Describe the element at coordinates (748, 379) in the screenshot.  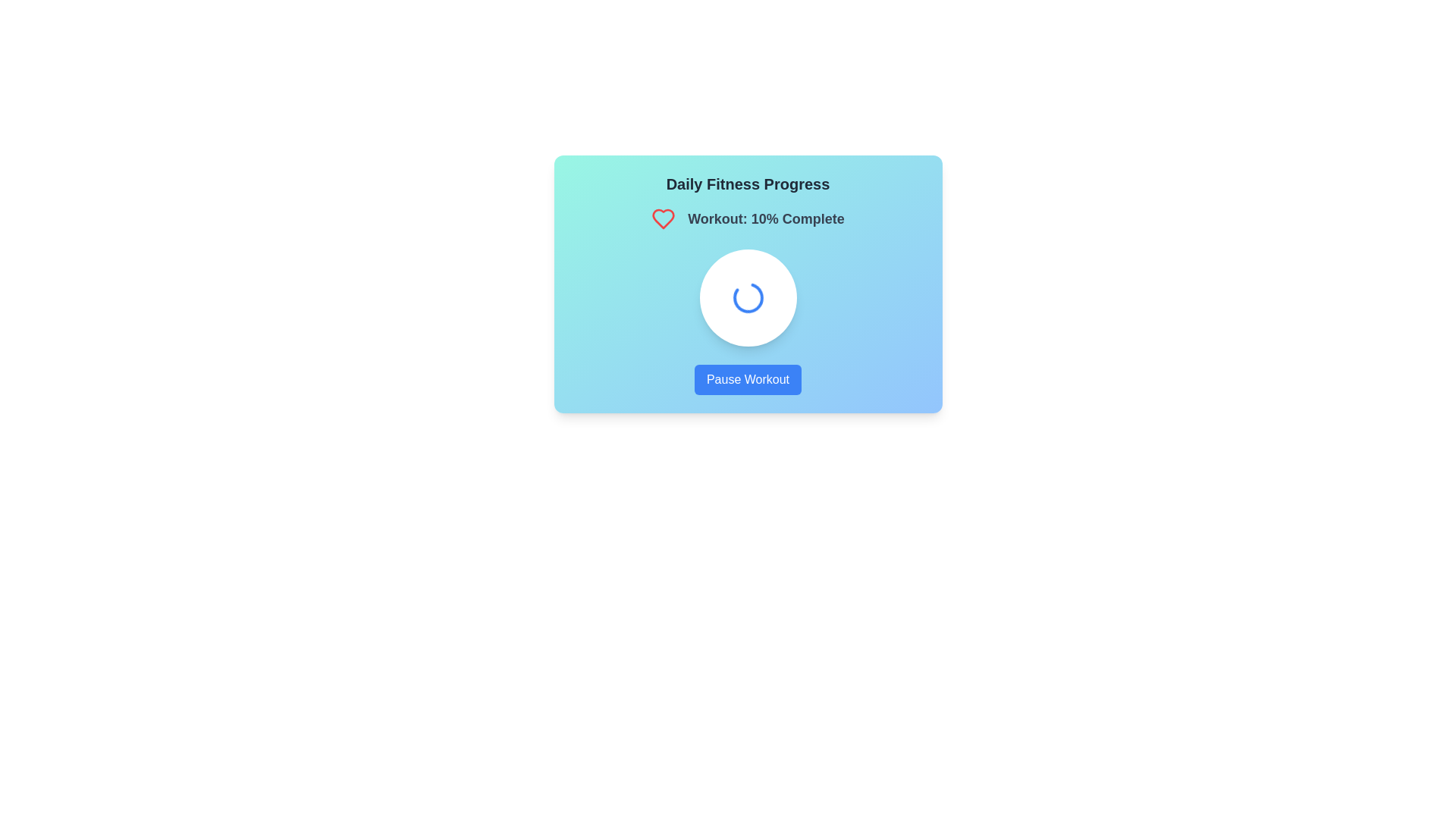
I see `the pause workout button, which is centrally located below the circular progress indicator` at that location.